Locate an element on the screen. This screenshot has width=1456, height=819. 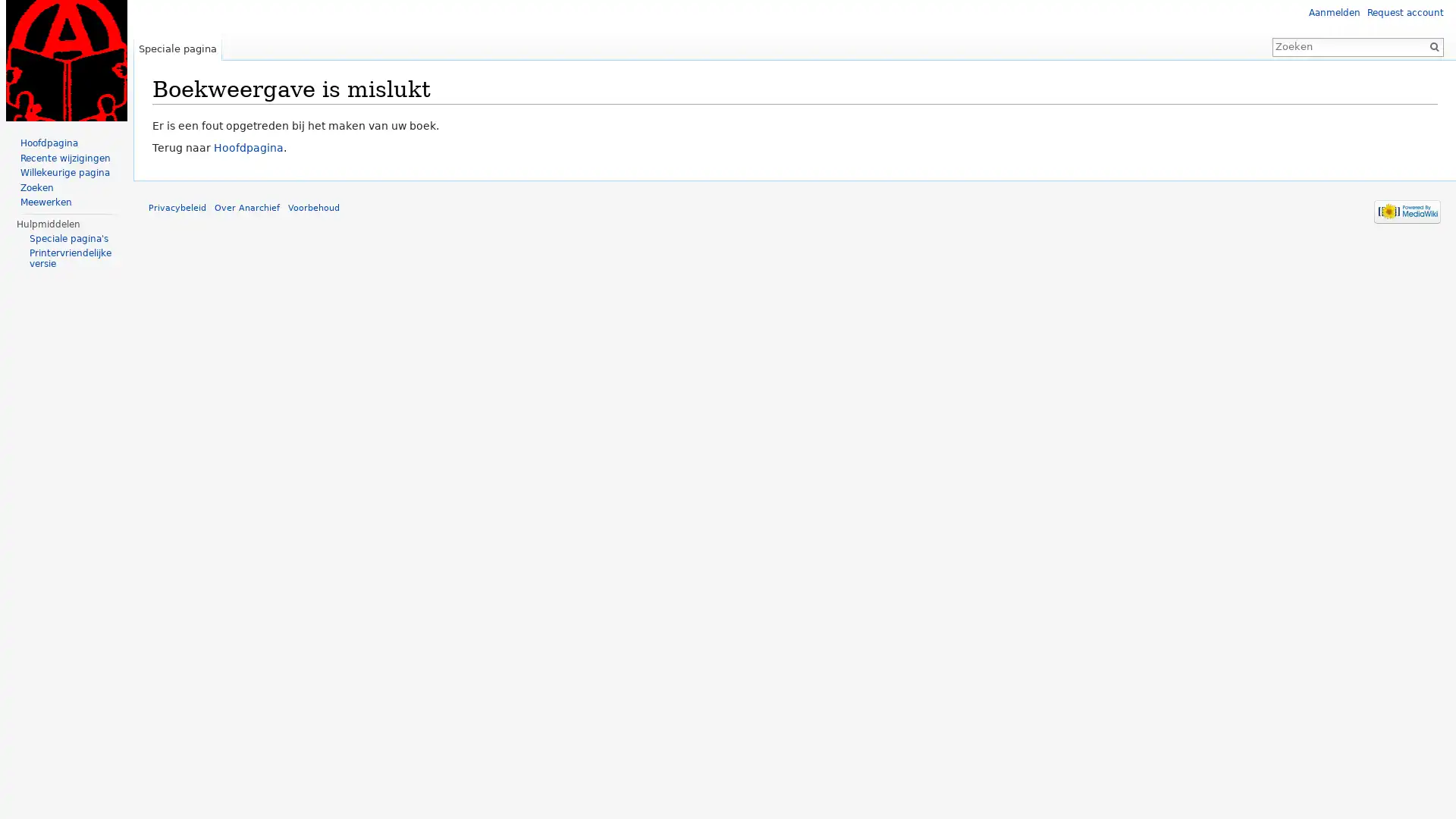
OK is located at coordinates (1433, 45).